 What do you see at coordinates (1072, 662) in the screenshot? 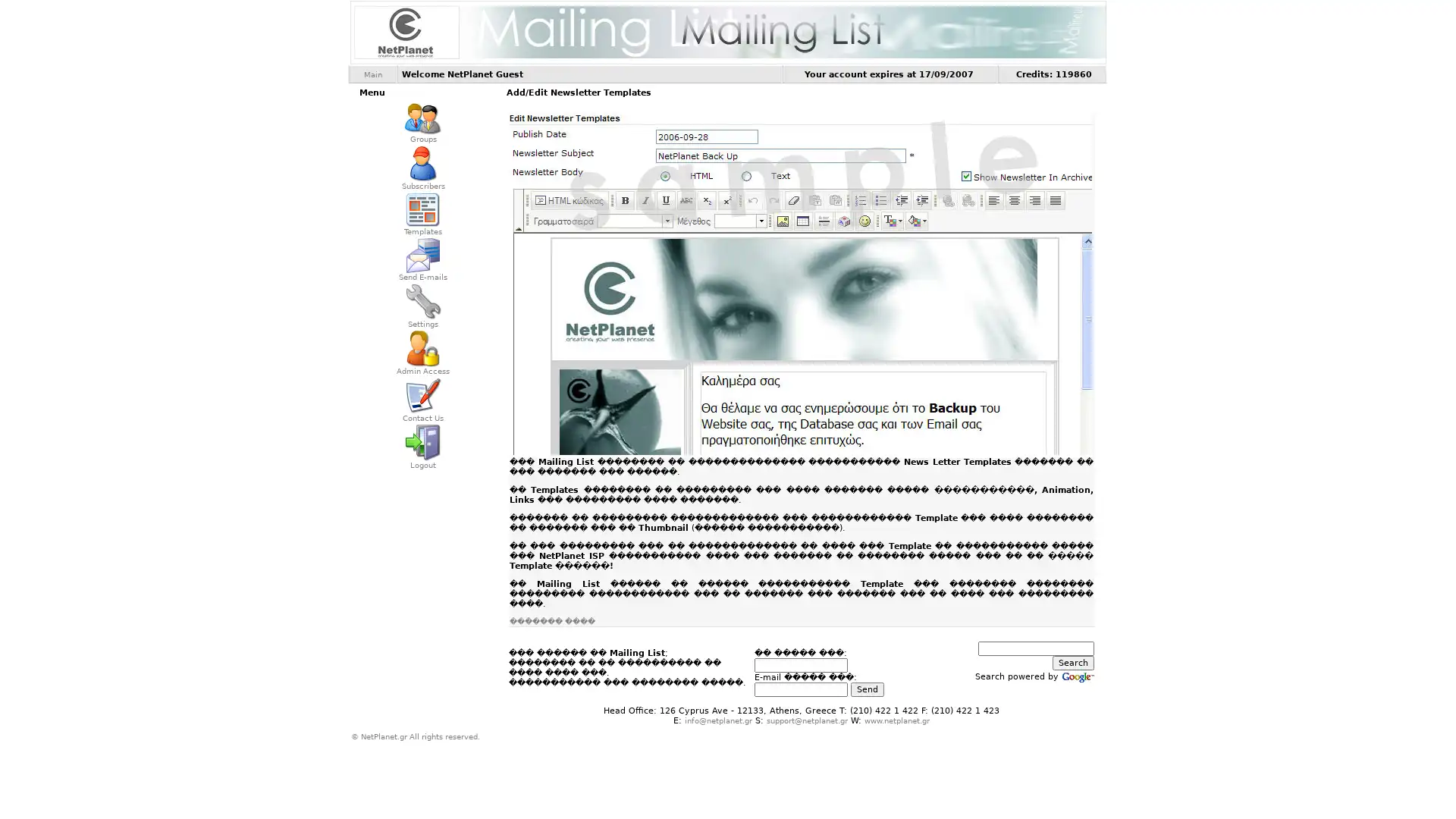
I see `Search` at bounding box center [1072, 662].